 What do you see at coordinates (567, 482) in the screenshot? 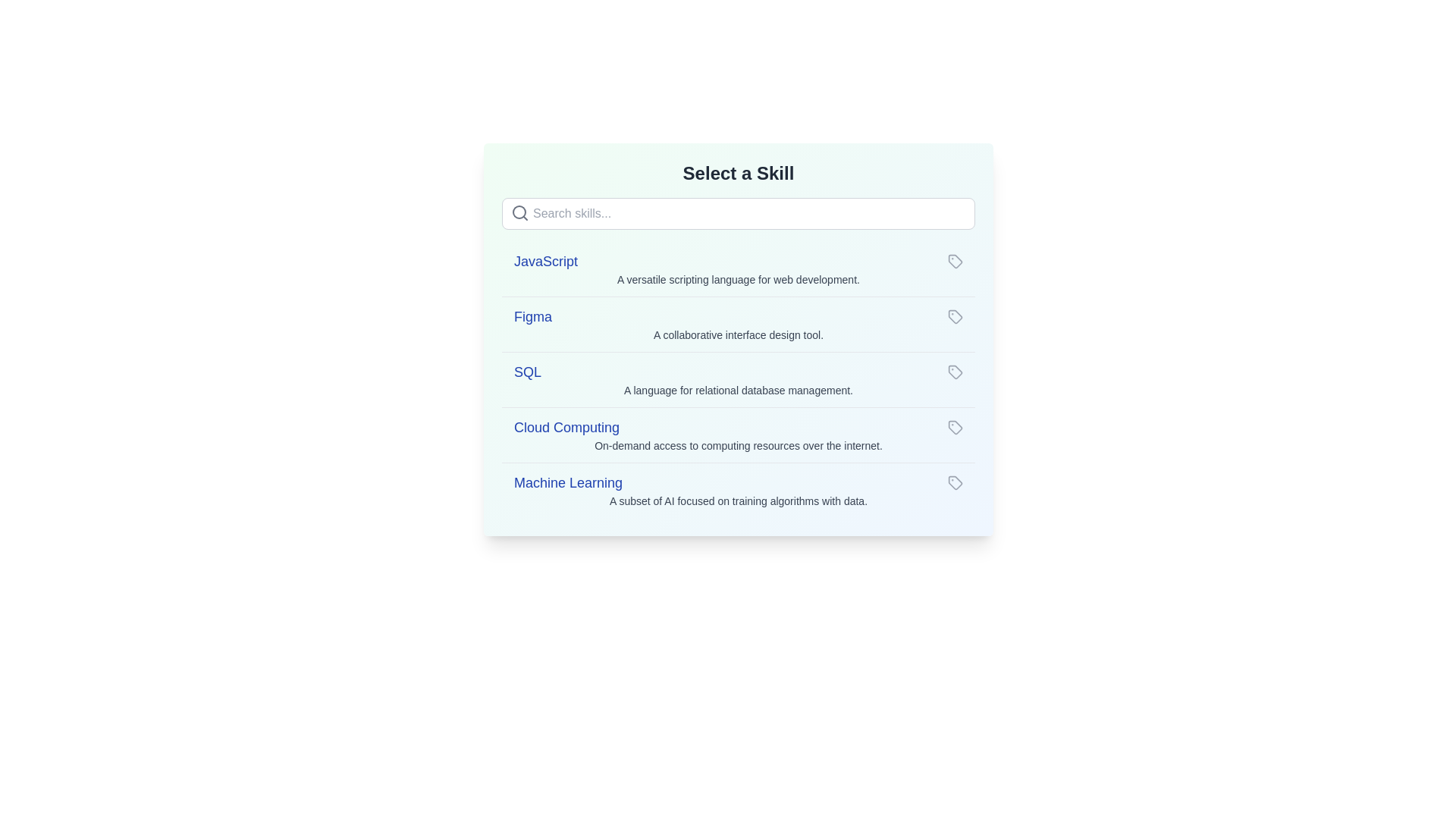
I see `the text element displaying 'Machine Learning' in blue` at bounding box center [567, 482].